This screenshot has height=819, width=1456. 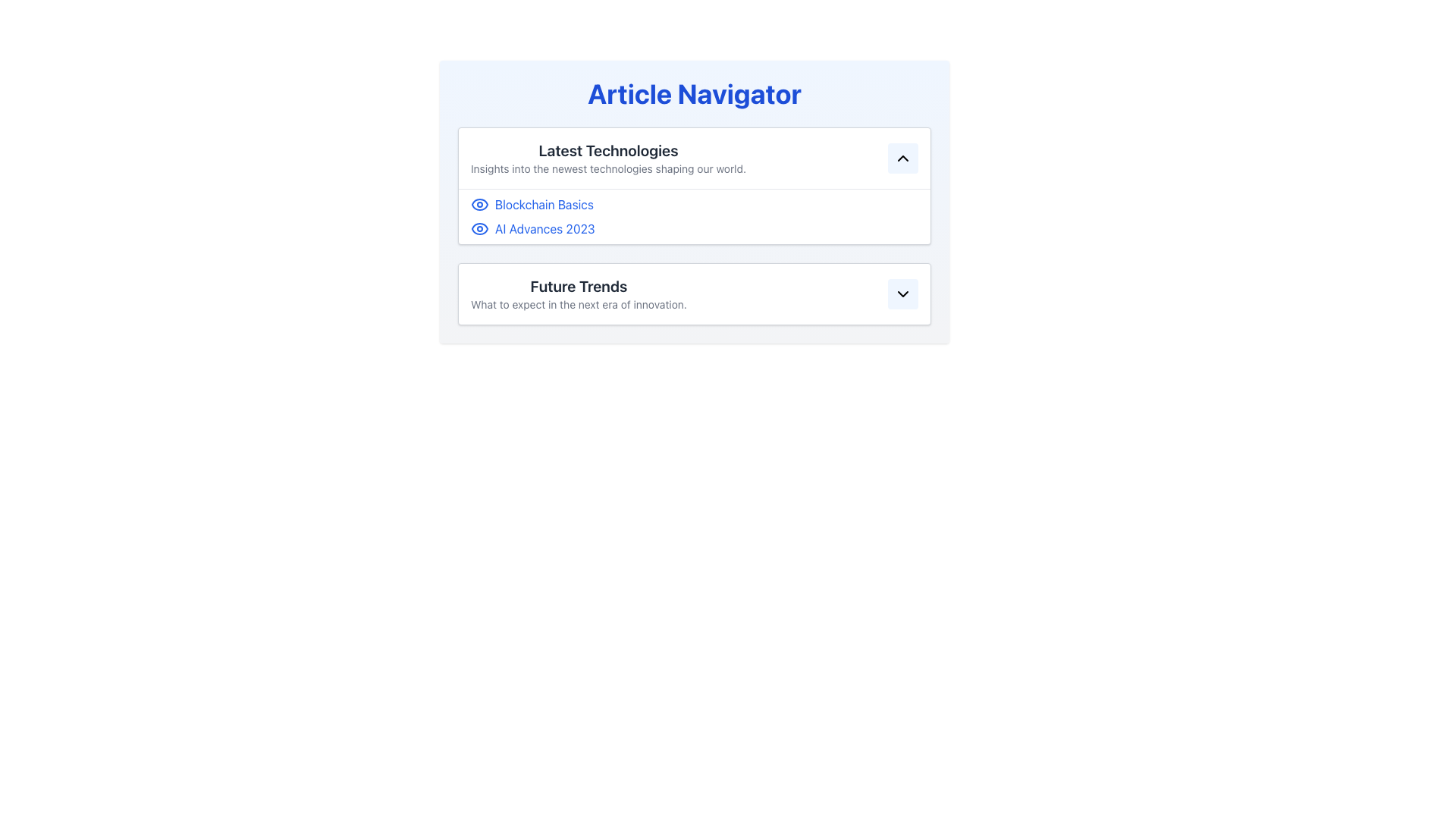 What do you see at coordinates (578, 304) in the screenshot?
I see `description text element located directly below the 'Future Trends' title text, which provides an overview of the section's content` at bounding box center [578, 304].